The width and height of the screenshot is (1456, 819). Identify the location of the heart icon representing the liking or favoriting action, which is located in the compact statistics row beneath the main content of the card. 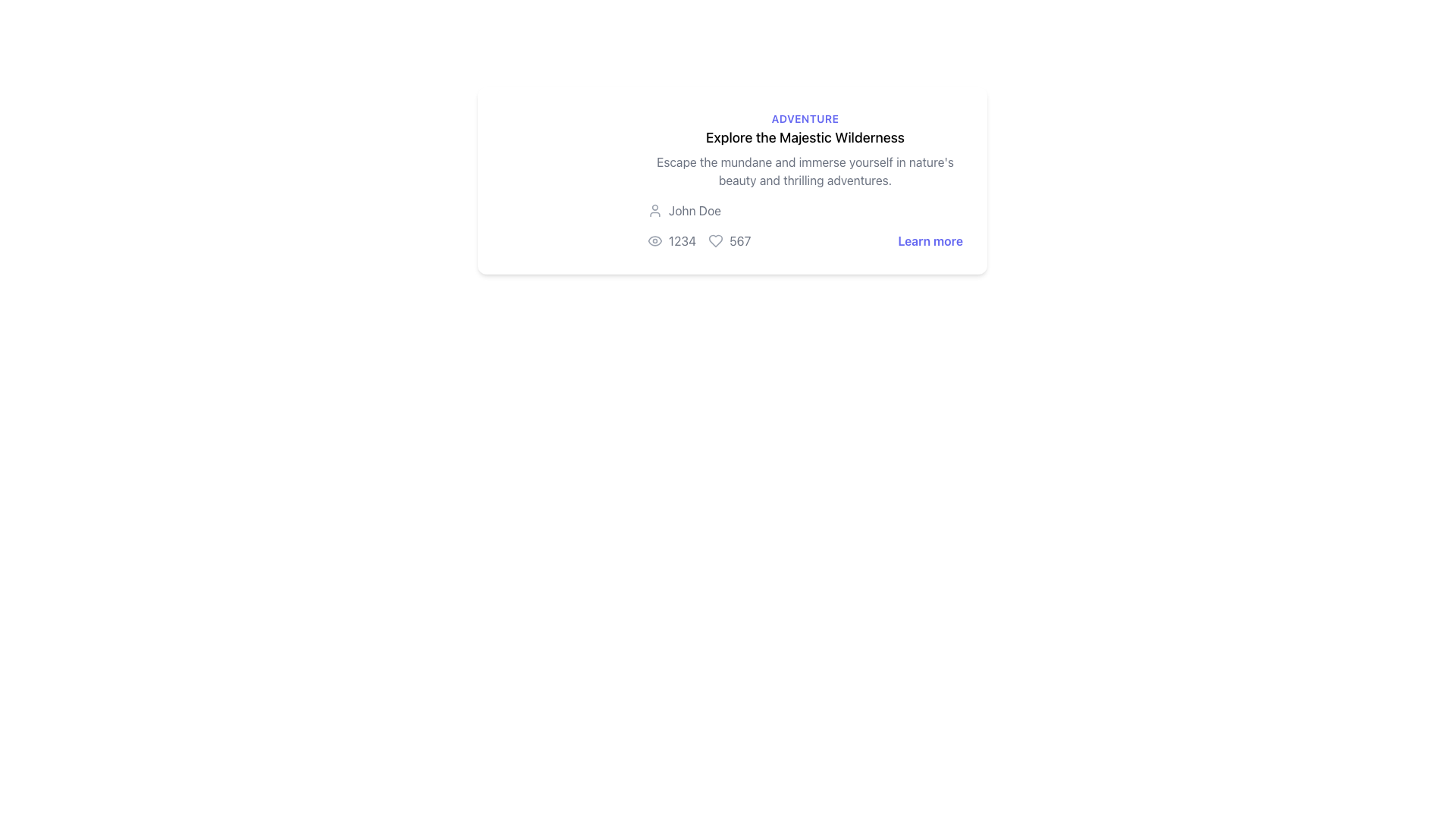
(715, 240).